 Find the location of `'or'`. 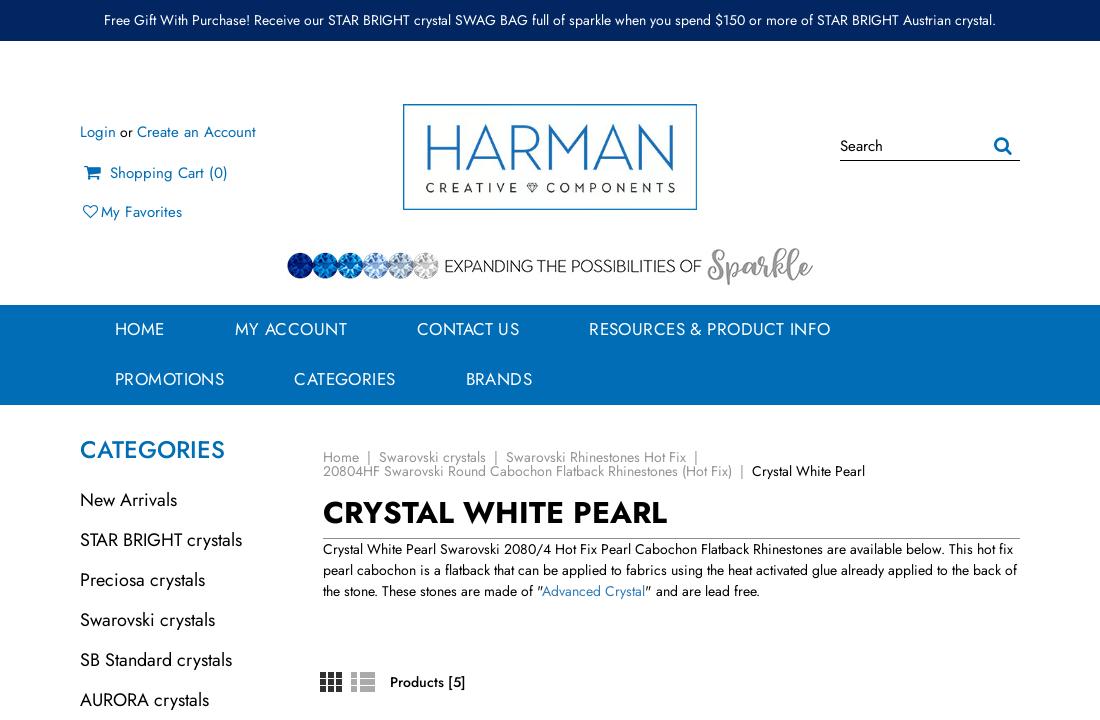

'or' is located at coordinates (126, 131).